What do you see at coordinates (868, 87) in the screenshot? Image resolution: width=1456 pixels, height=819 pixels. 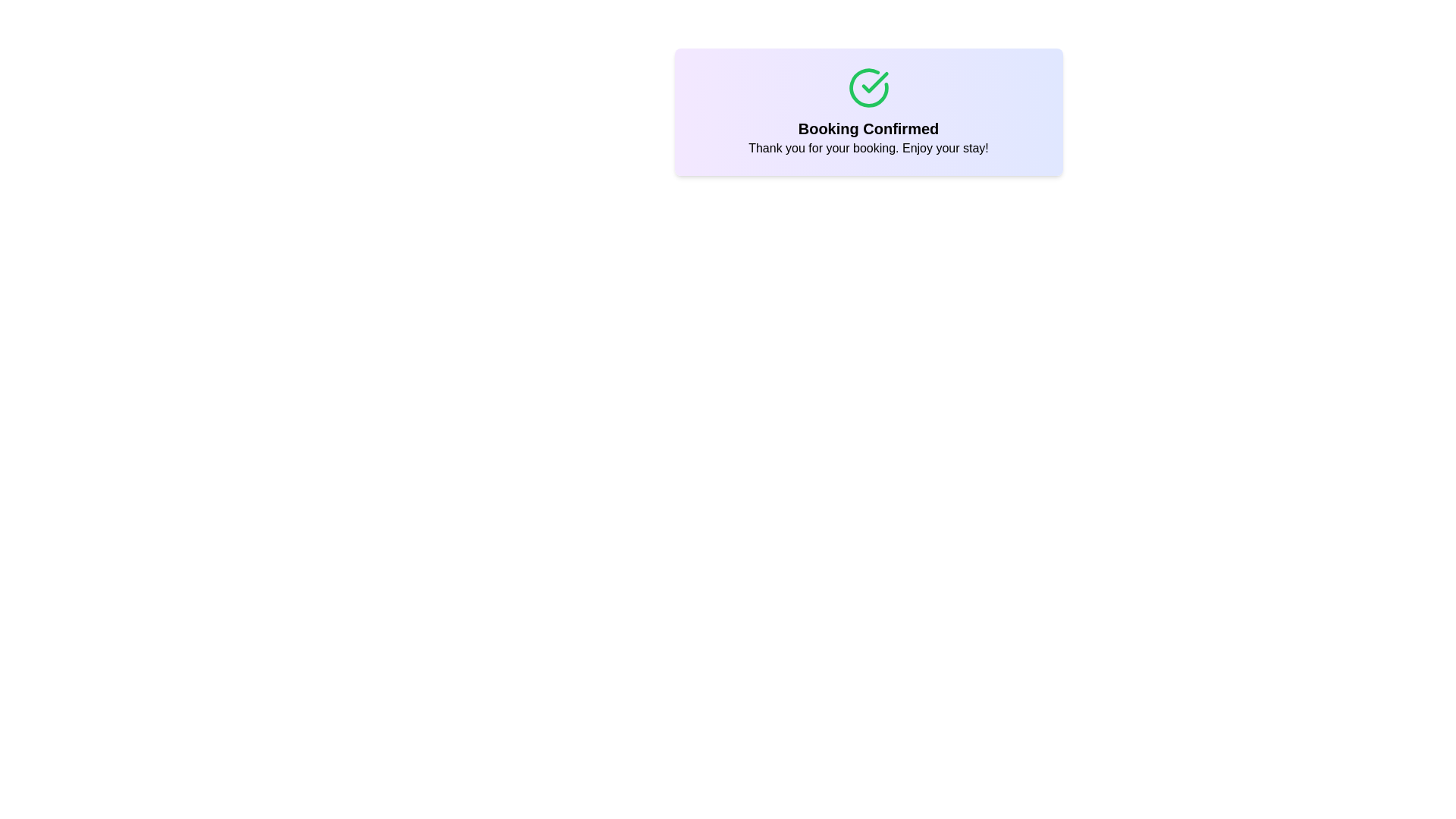 I see `the curved line segment of the circular outline icon with a check mark, which is styled in green and positioned at the top center of the confirmation card, above the 'Booking Confirmed' message` at bounding box center [868, 87].